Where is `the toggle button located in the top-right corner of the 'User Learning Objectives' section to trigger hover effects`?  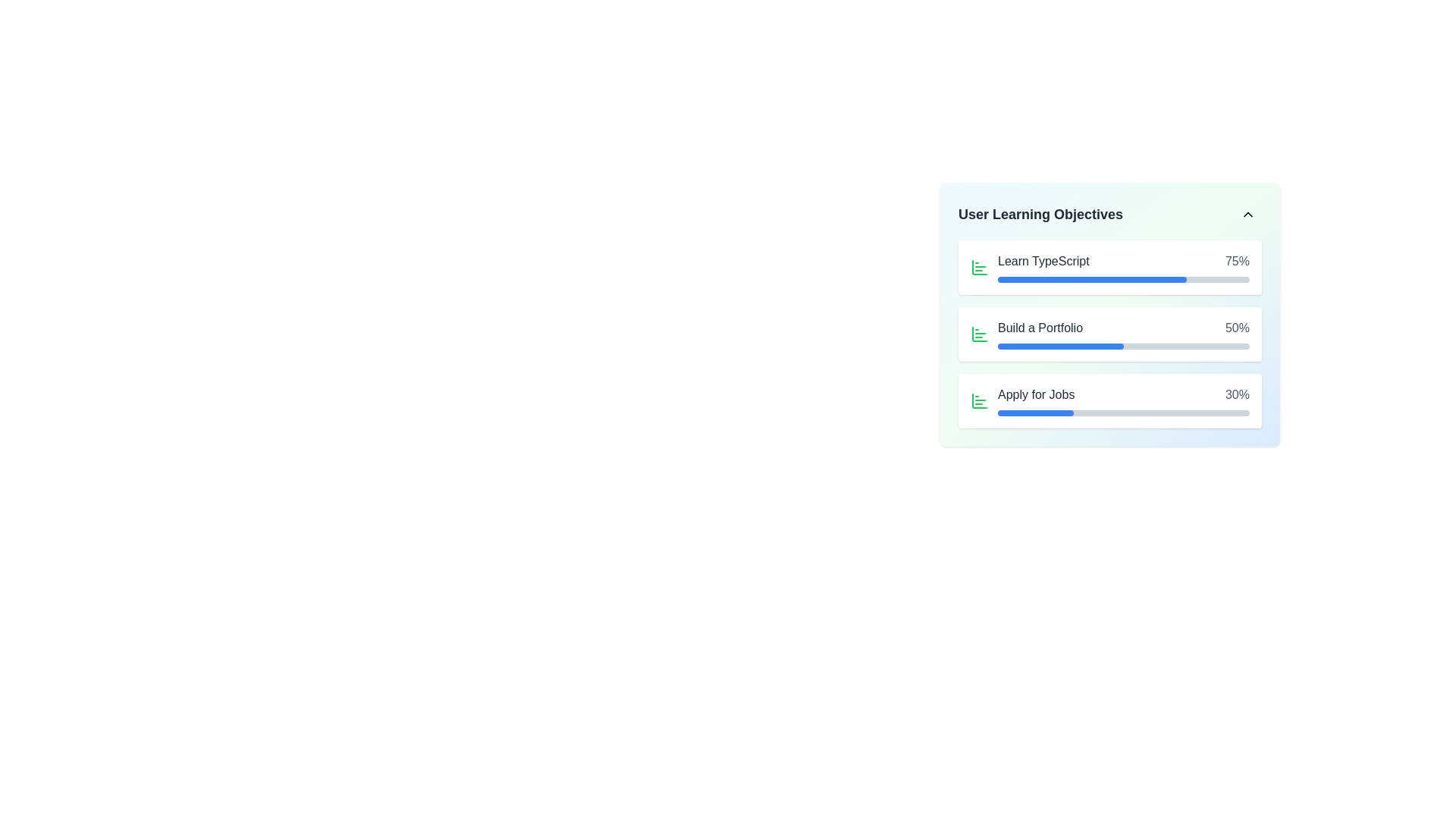
the toggle button located in the top-right corner of the 'User Learning Objectives' section to trigger hover effects is located at coordinates (1248, 214).